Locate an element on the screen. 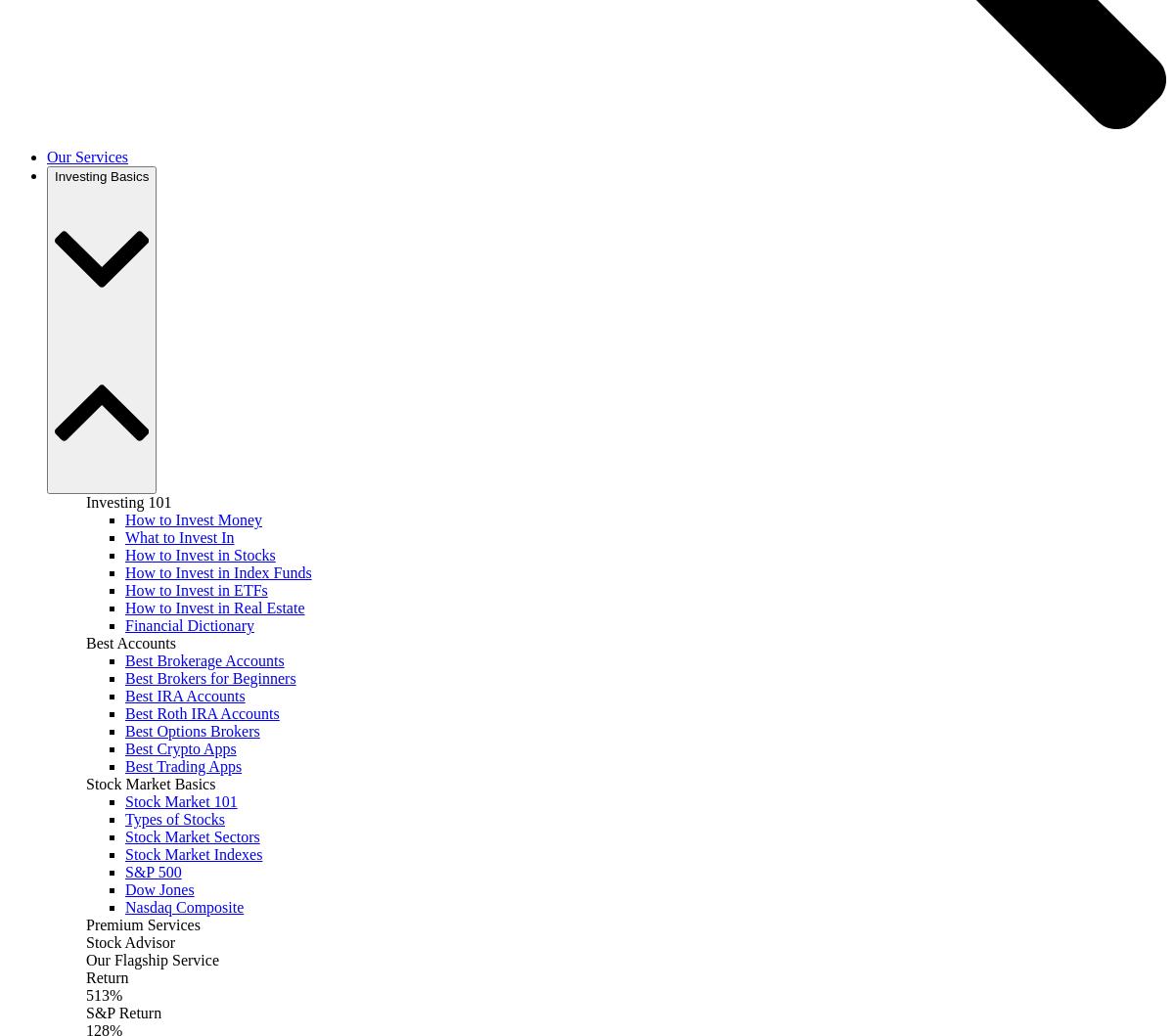 The height and width of the screenshot is (1036, 1174). 'Types of Stocks' is located at coordinates (173, 818).